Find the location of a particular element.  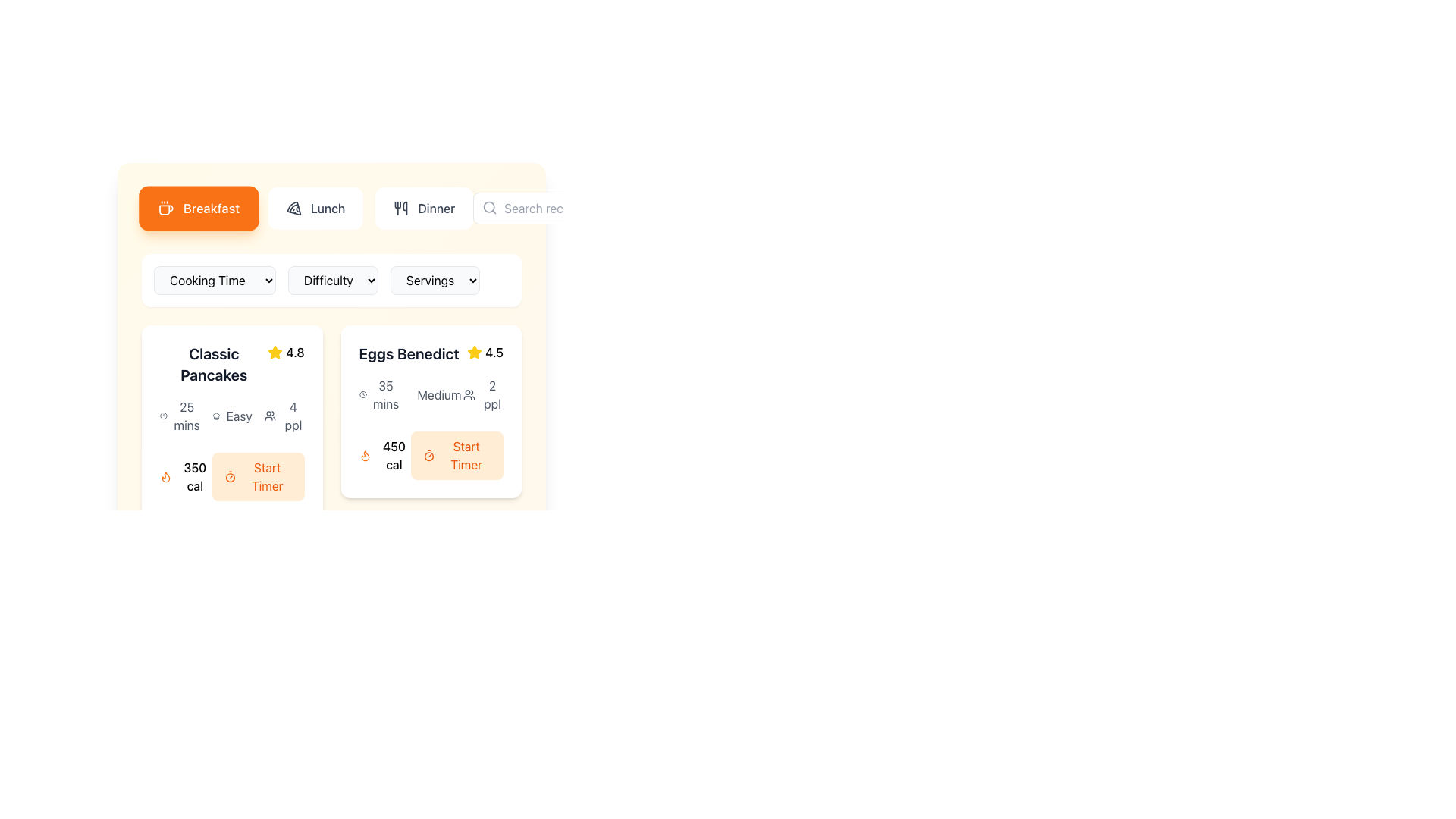

the icon representing the number of people served by the recipe 'Eggs Benedict', located to the left of the text '2 ppl' in the details section is located at coordinates (469, 394).